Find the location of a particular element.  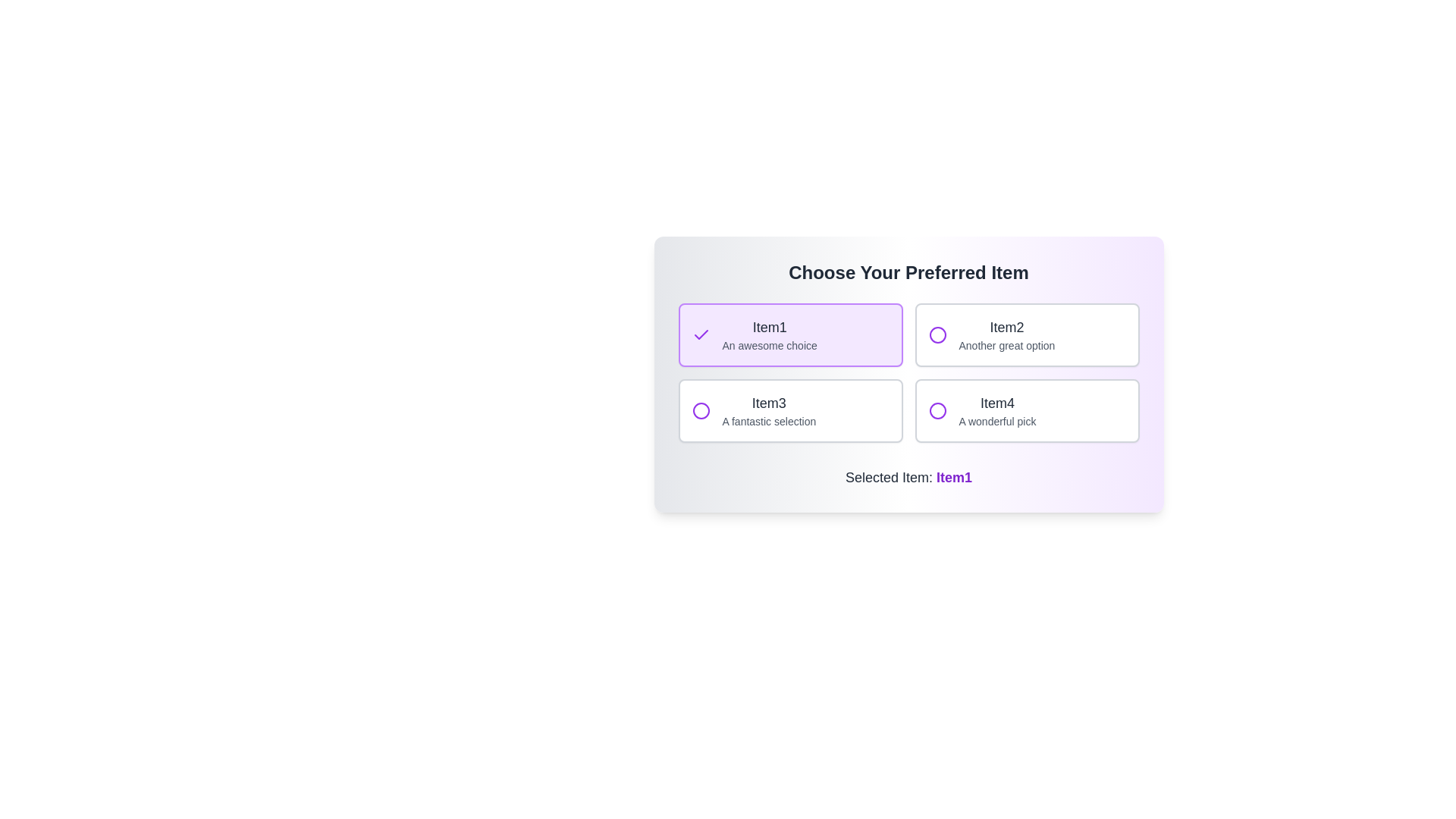

circular radio button indicator located within the fourth option ('Item4') of the selection grid, positioned in the bottom right corner is located at coordinates (937, 411).